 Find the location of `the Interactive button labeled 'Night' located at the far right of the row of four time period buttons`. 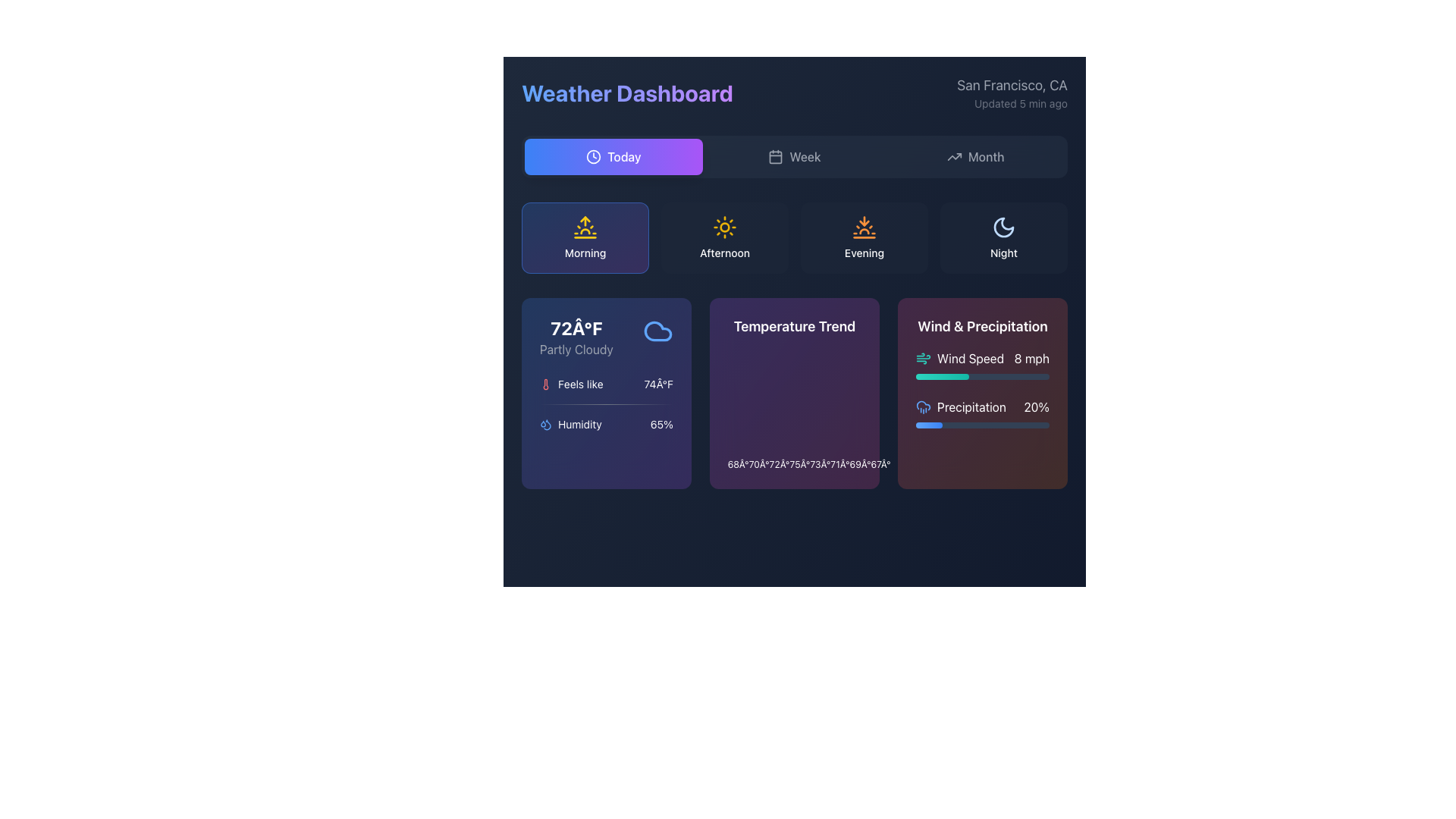

the Interactive button labeled 'Night' located at the far right of the row of four time period buttons is located at coordinates (1004, 237).